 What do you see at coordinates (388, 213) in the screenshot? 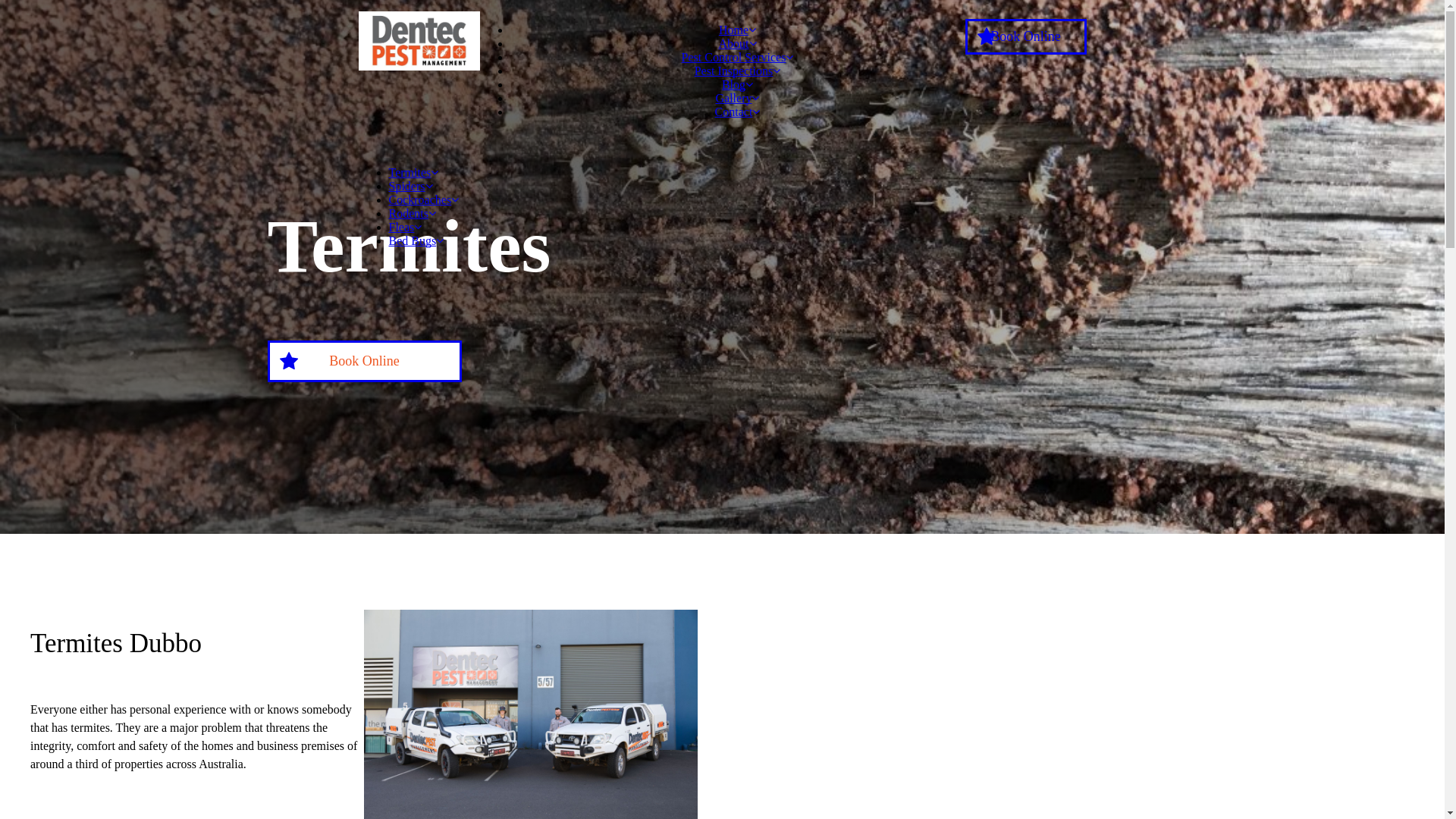
I see `'Rodents'` at bounding box center [388, 213].